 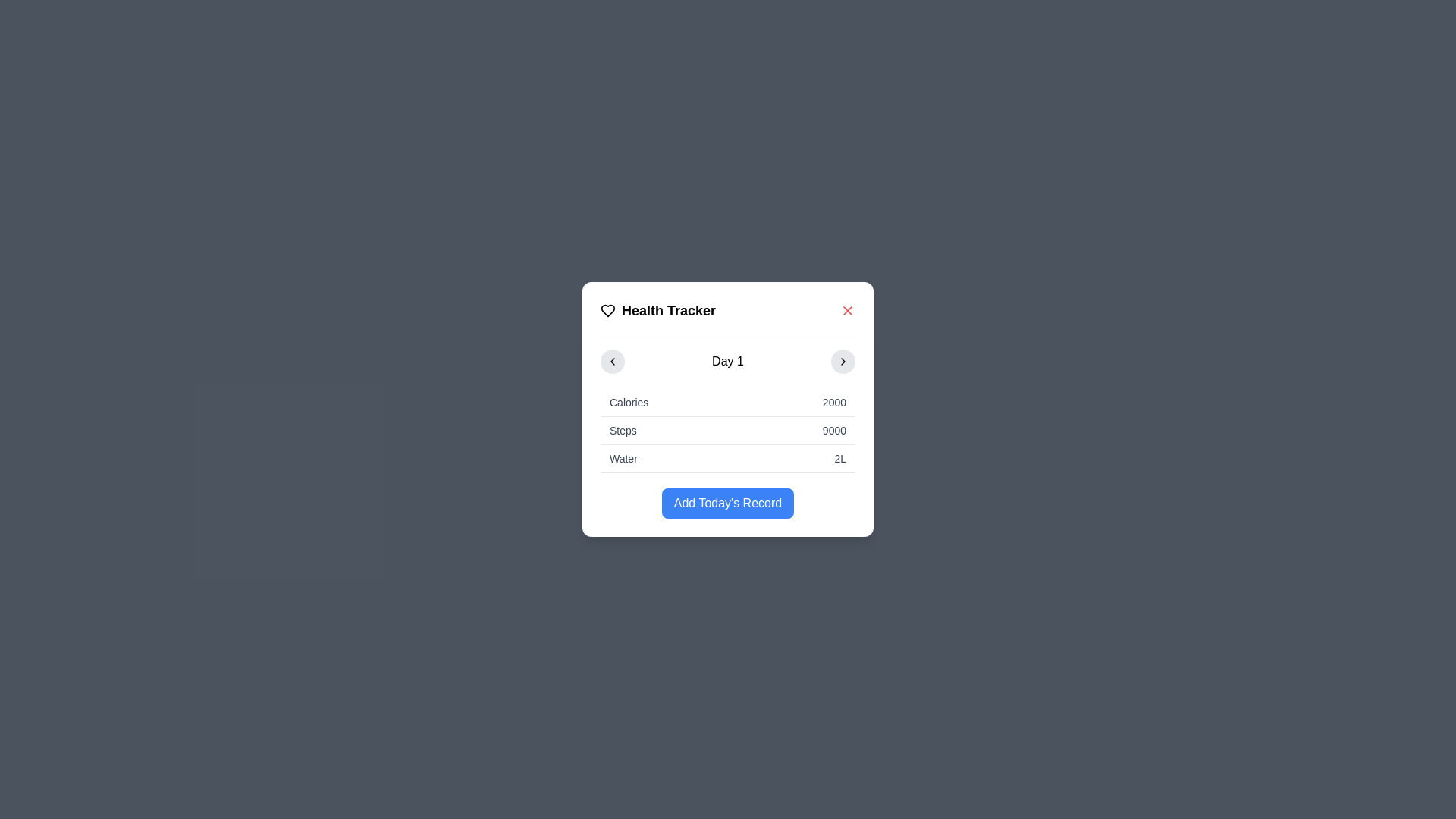 I want to click on the header text of the popup modal, which indicates the health tracking feature, so click(x=658, y=309).